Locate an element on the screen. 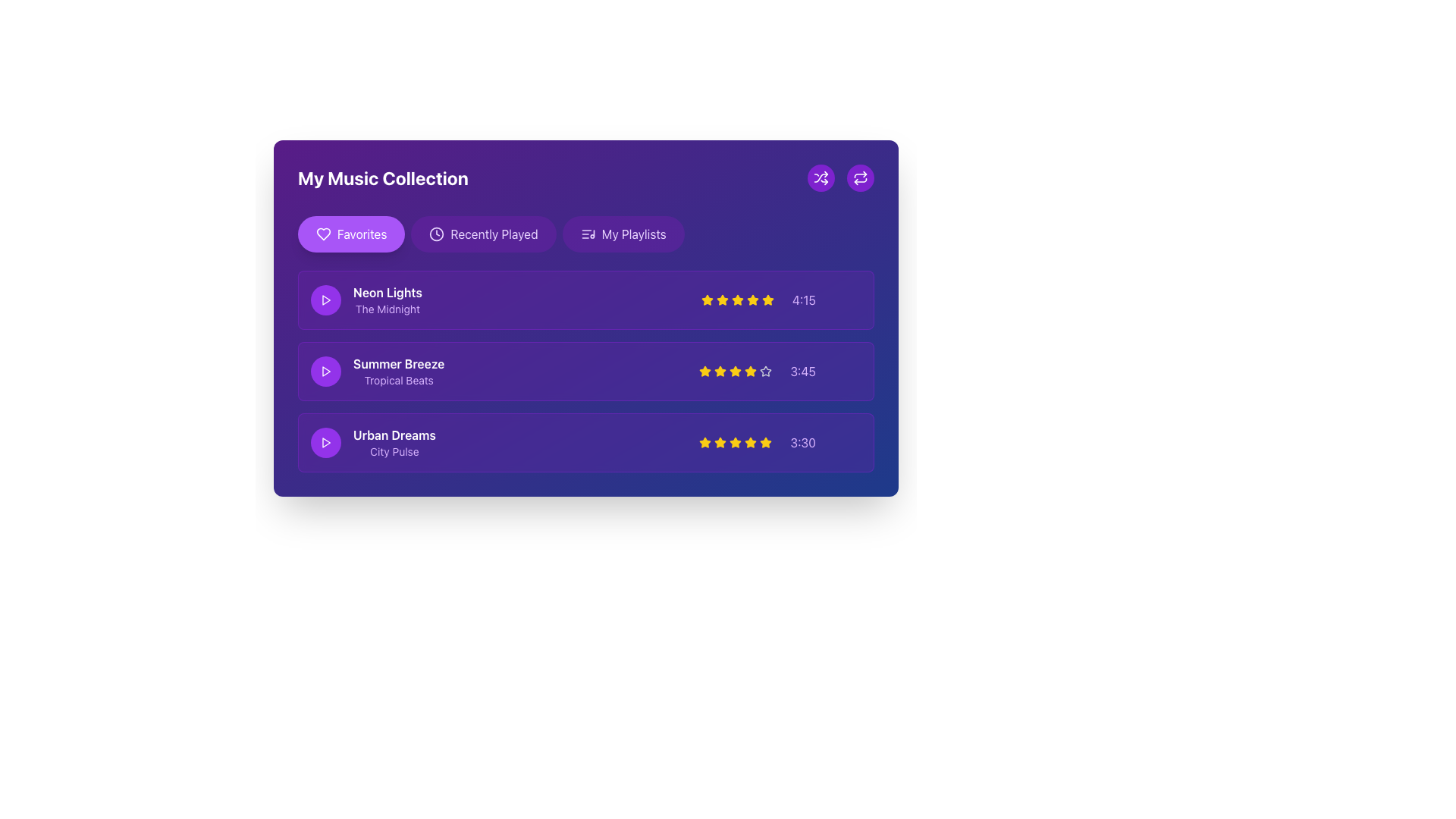  the text label displaying '3:30' in purple color located in the third row of the 'My Music Collection' section, to the right of the rating stars is located at coordinates (802, 442).